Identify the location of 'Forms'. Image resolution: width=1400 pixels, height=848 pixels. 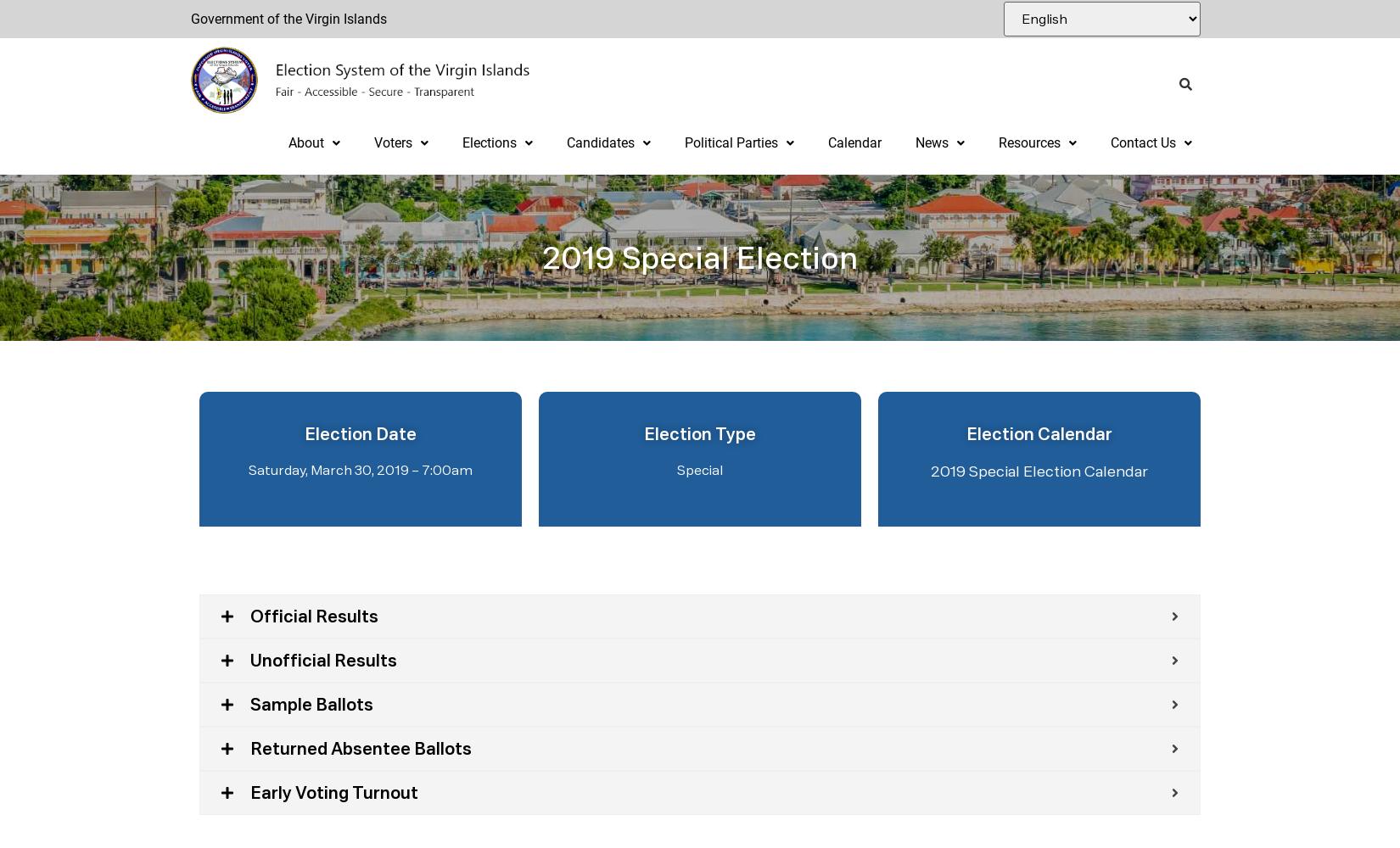
(1017, 203).